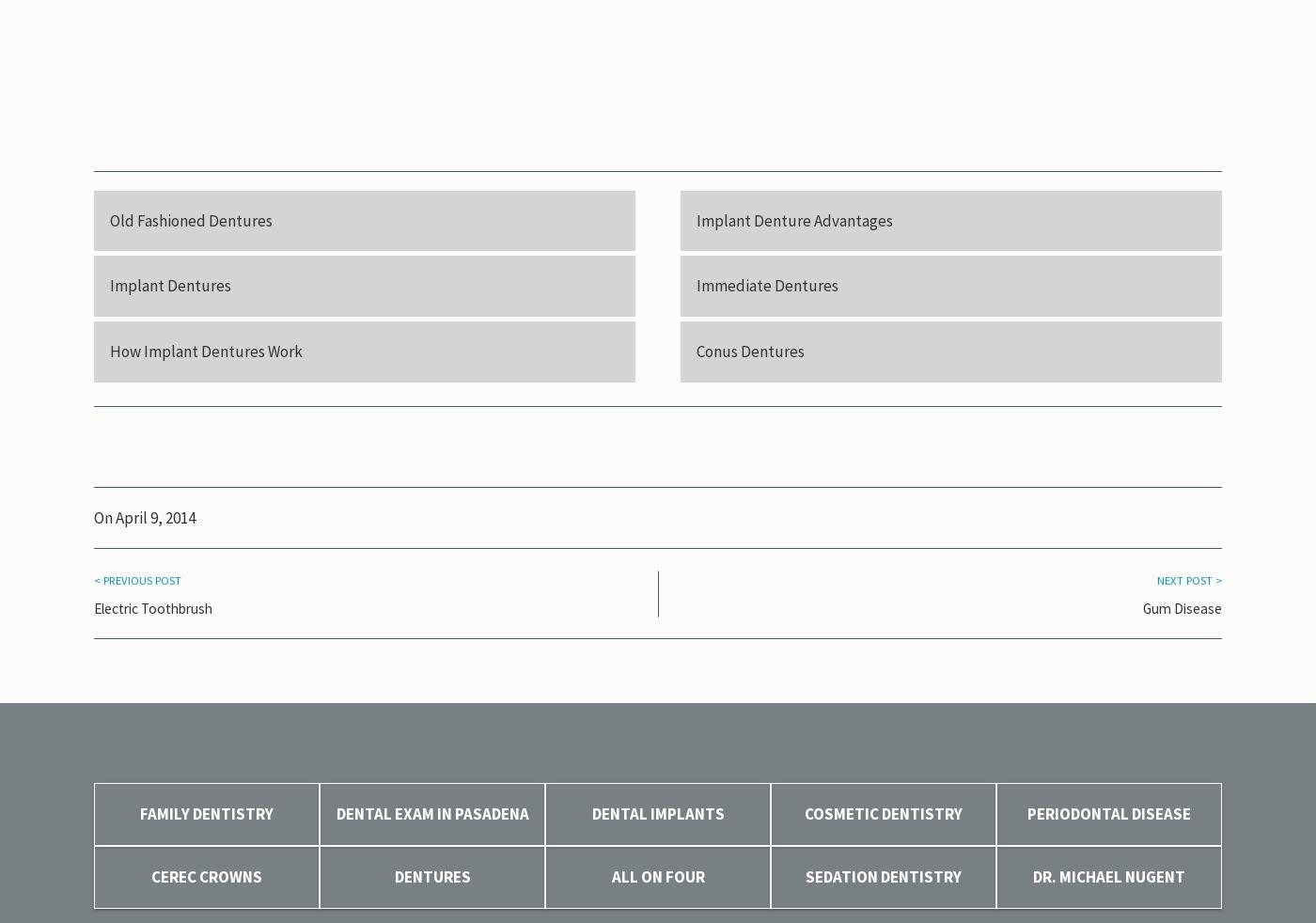 The height and width of the screenshot is (923, 1316). What do you see at coordinates (767, 286) in the screenshot?
I see `'Immediate Dentures'` at bounding box center [767, 286].